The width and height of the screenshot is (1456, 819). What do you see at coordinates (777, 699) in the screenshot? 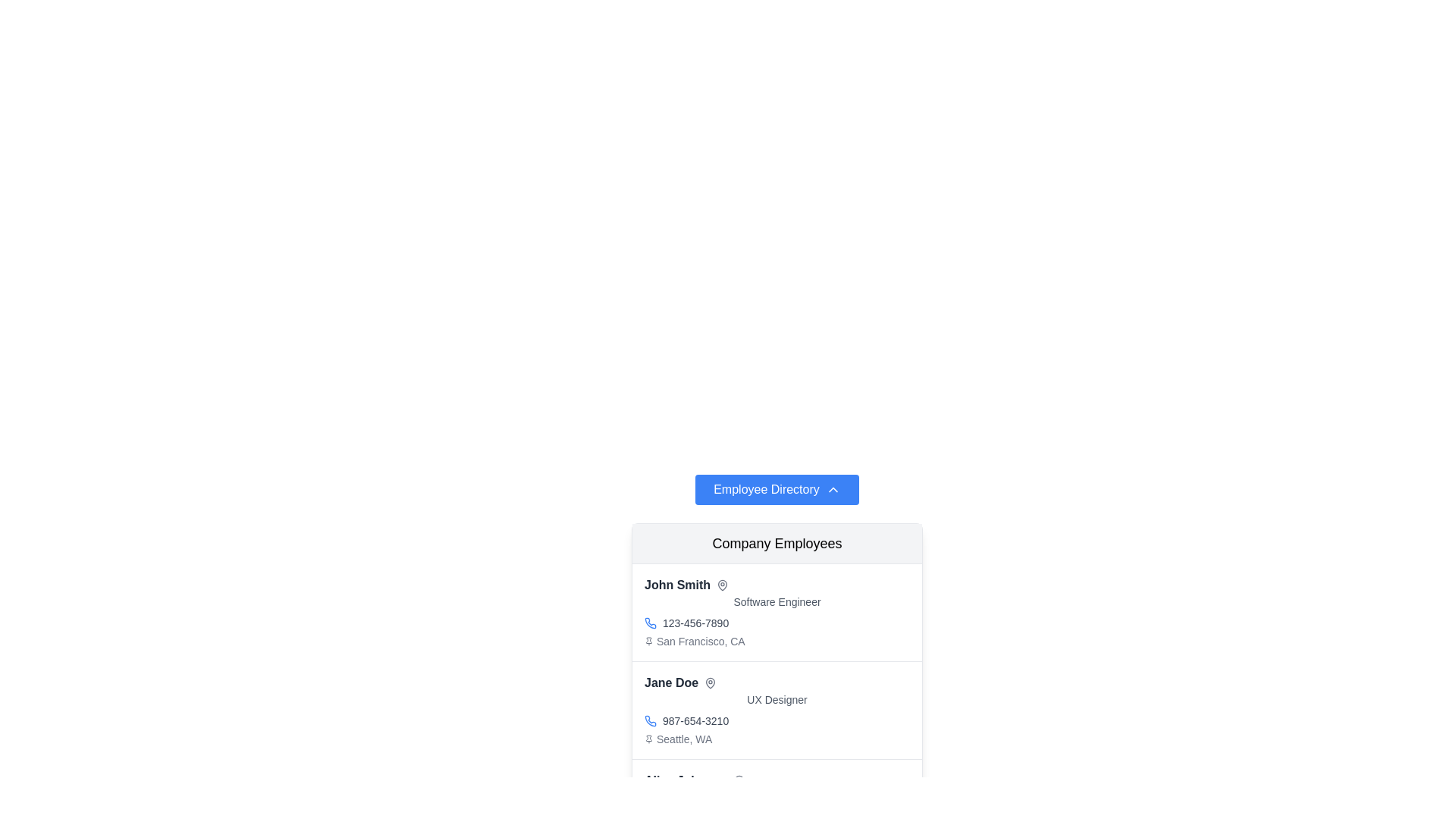
I see `the text label displaying 'UX Designer' that is located below the name 'Jane Doe' and above the contact information in the profile card` at bounding box center [777, 699].